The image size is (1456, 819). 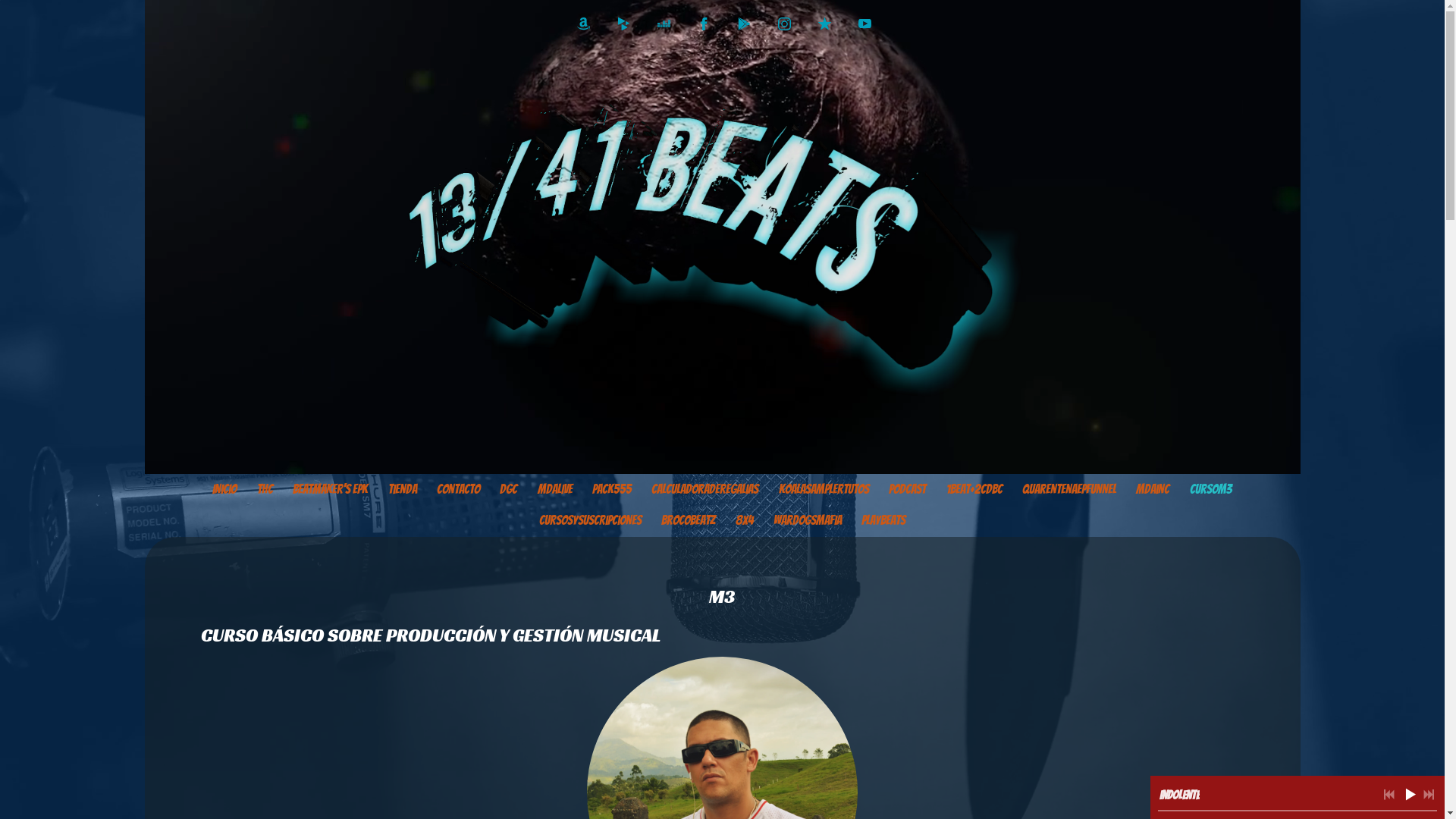 What do you see at coordinates (864, 24) in the screenshot?
I see `'https://www.youtube.com/Kabster1341'` at bounding box center [864, 24].